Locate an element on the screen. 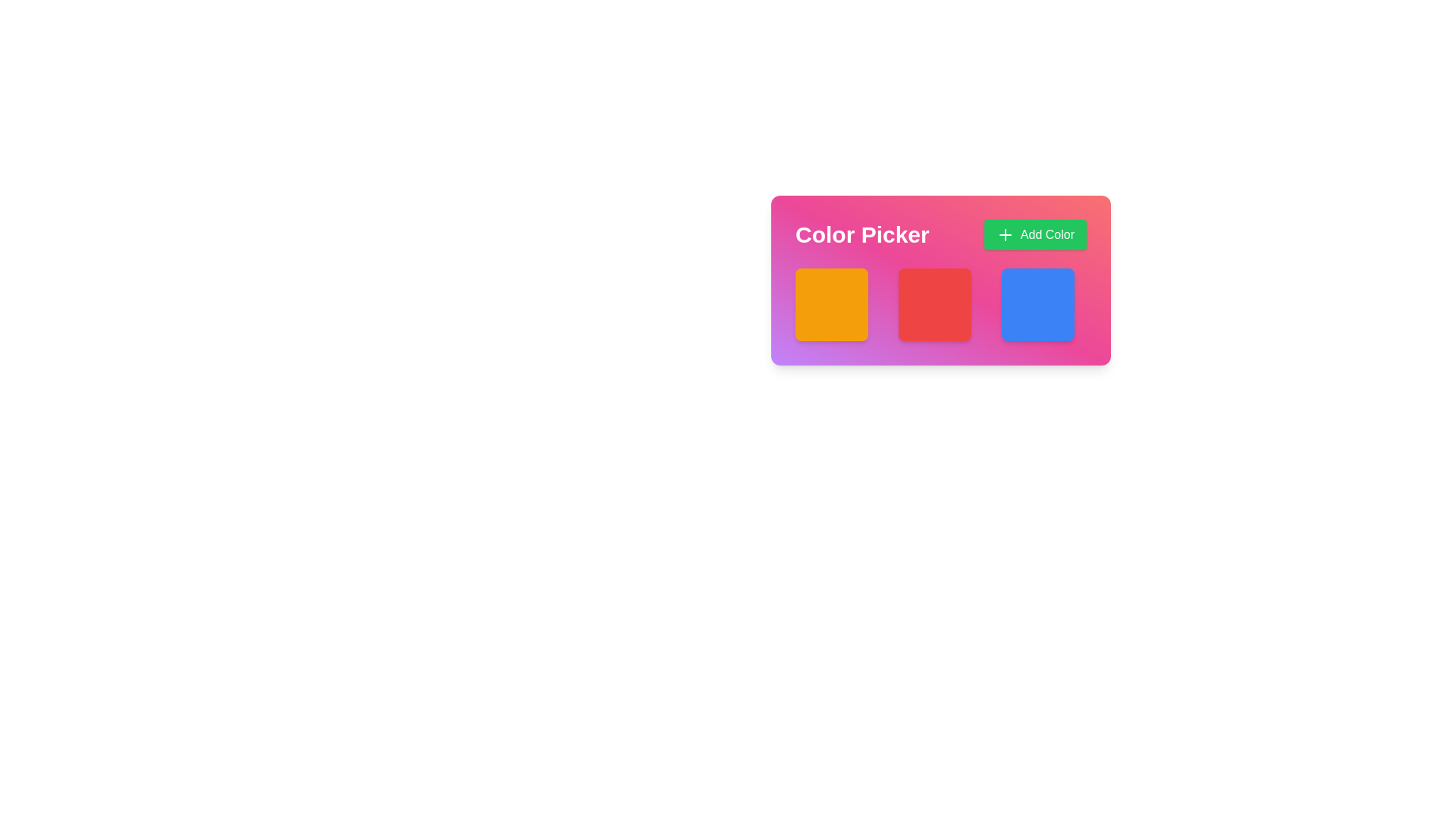 Image resolution: width=1456 pixels, height=819 pixels. the blue selectable color square in the color picker interface is located at coordinates (1037, 304).